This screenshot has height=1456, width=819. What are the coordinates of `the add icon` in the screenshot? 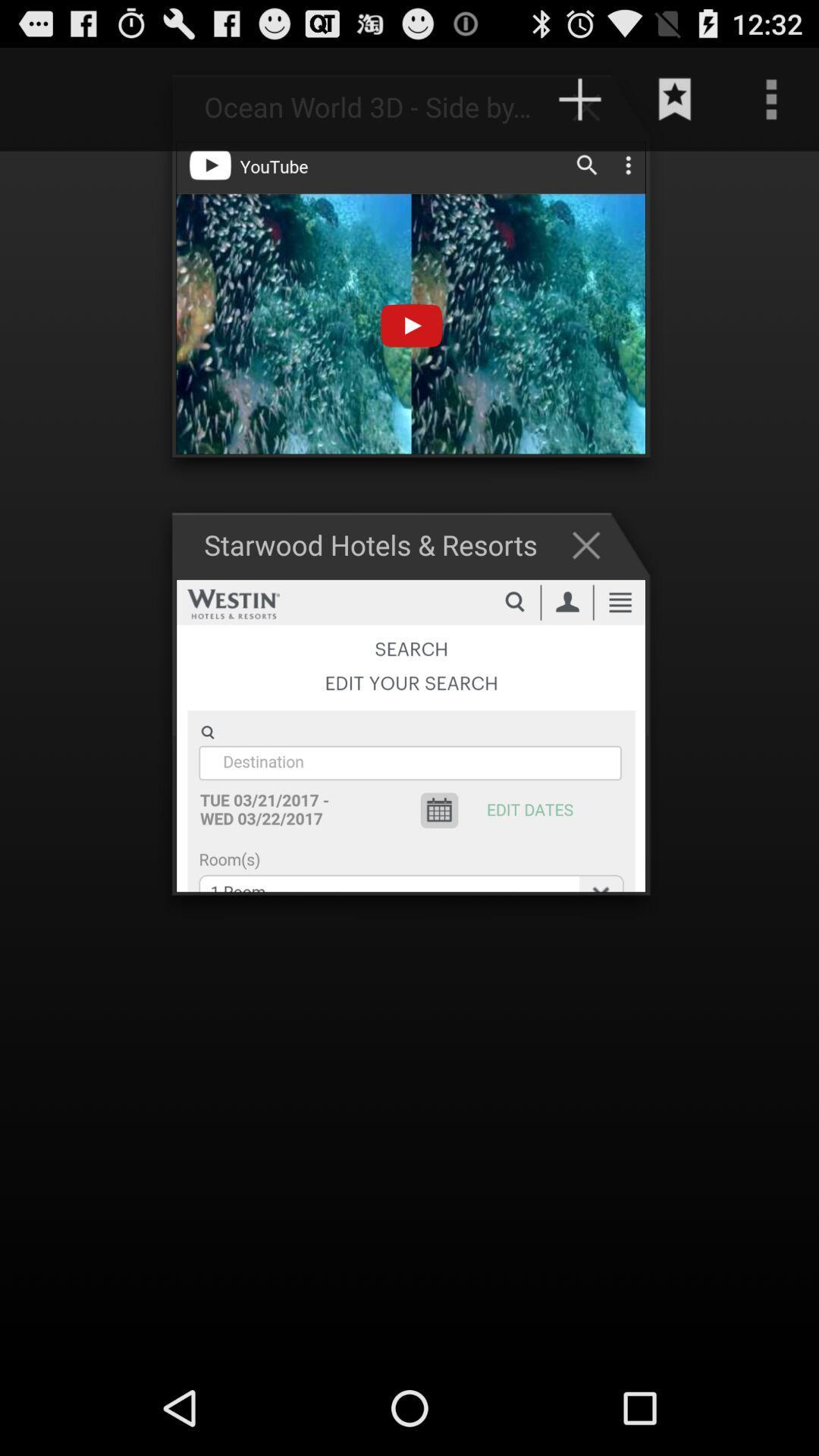 It's located at (593, 113).